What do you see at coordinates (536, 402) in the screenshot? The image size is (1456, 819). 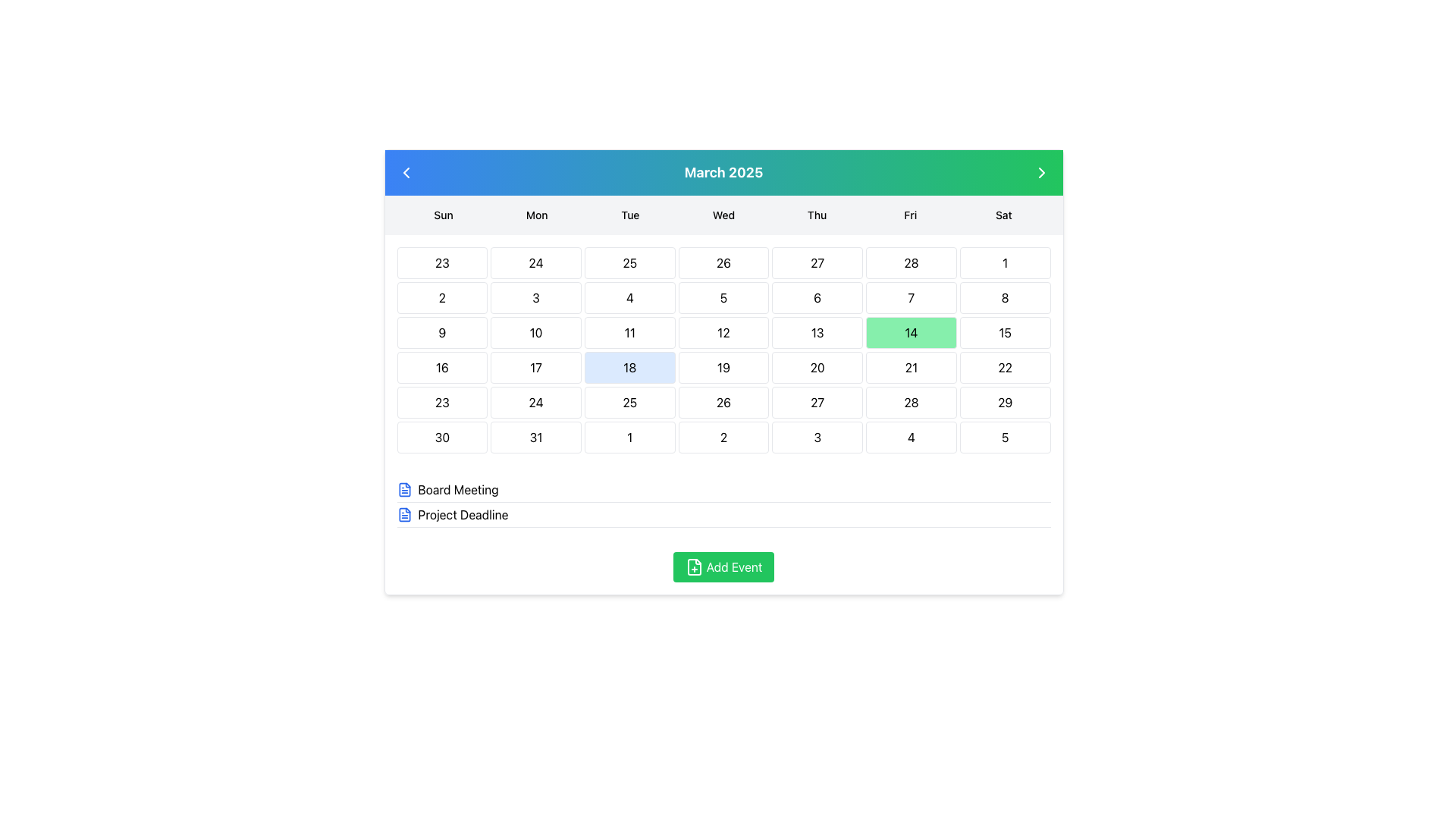 I see `the button labeled '24', which is a rectangular button with a white background and black text` at bounding box center [536, 402].